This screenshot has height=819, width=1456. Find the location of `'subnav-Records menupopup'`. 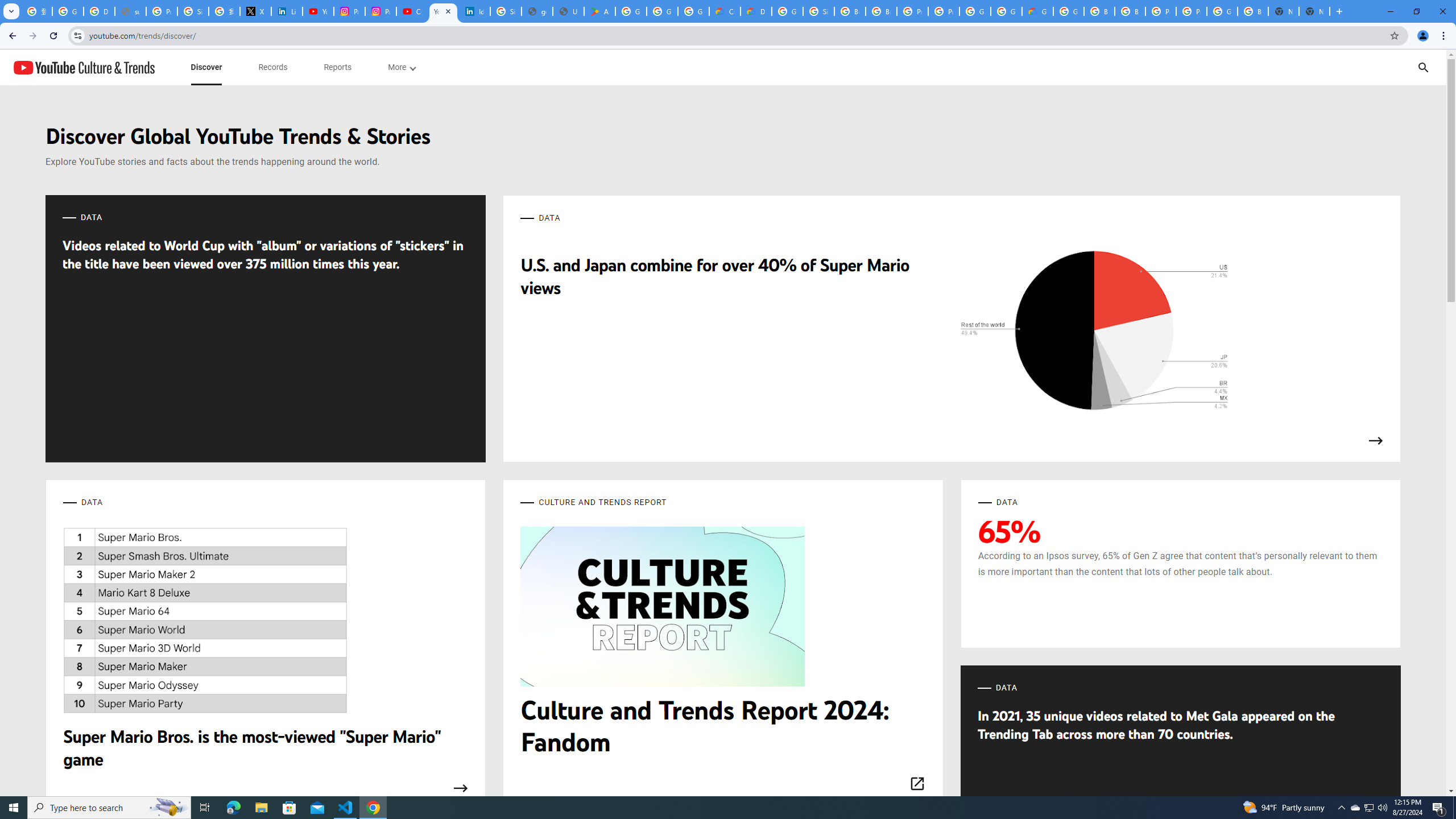

'subnav-Records menupopup' is located at coordinates (273, 67).